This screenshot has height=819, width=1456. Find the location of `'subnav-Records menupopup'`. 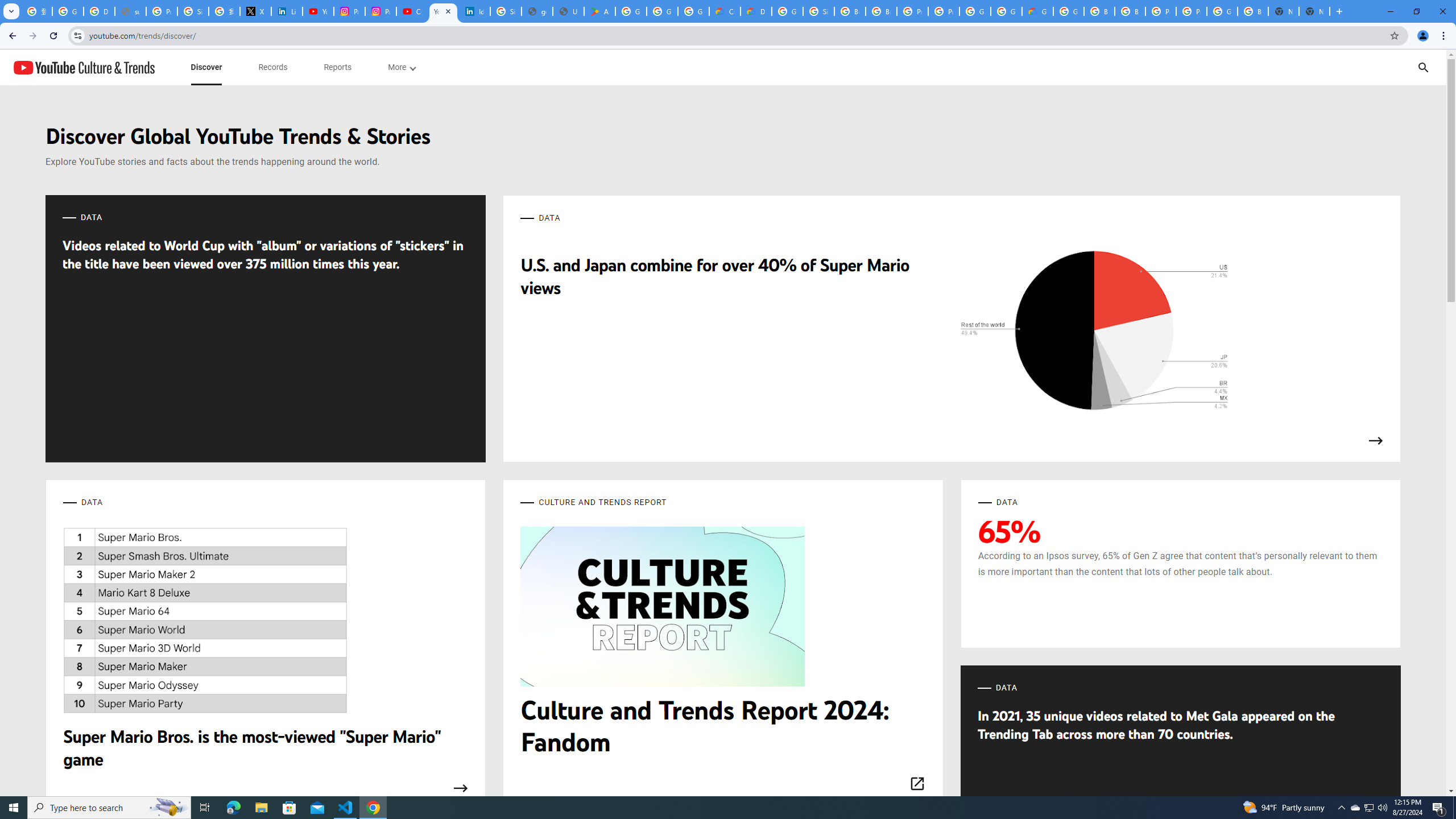

'subnav-Records menupopup' is located at coordinates (273, 67).